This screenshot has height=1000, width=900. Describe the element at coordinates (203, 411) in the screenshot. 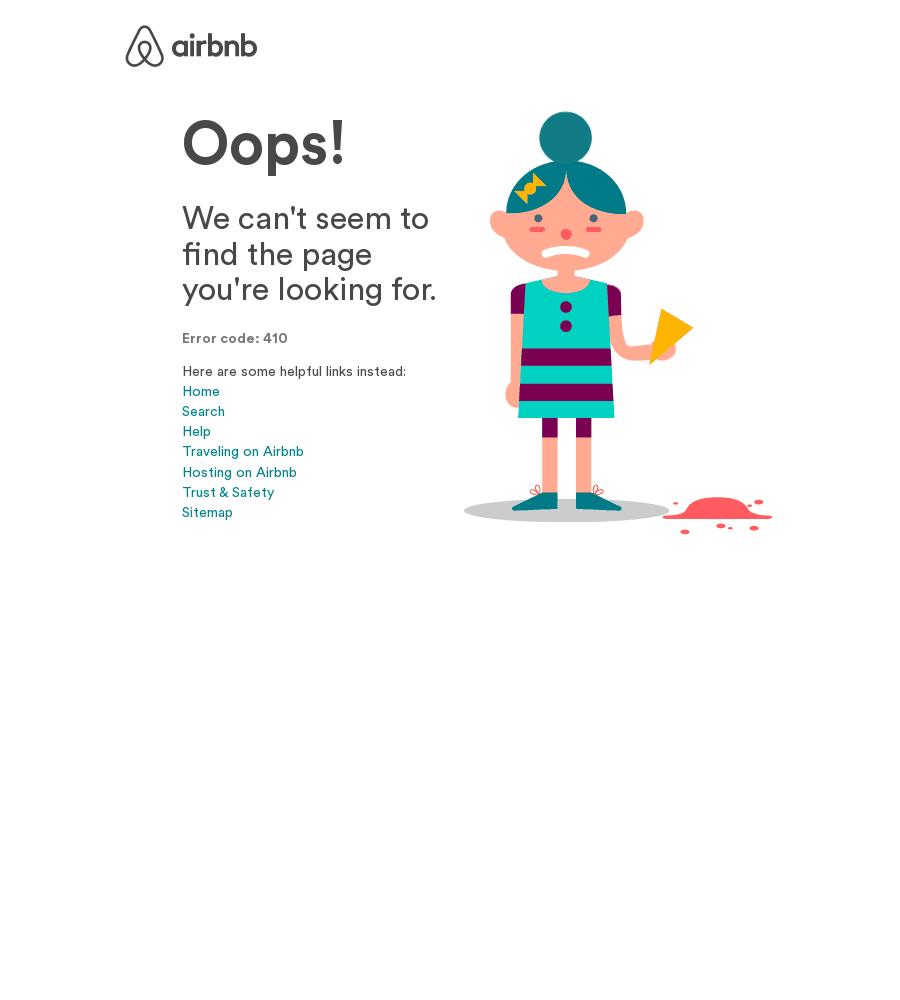

I see `'Search'` at that location.